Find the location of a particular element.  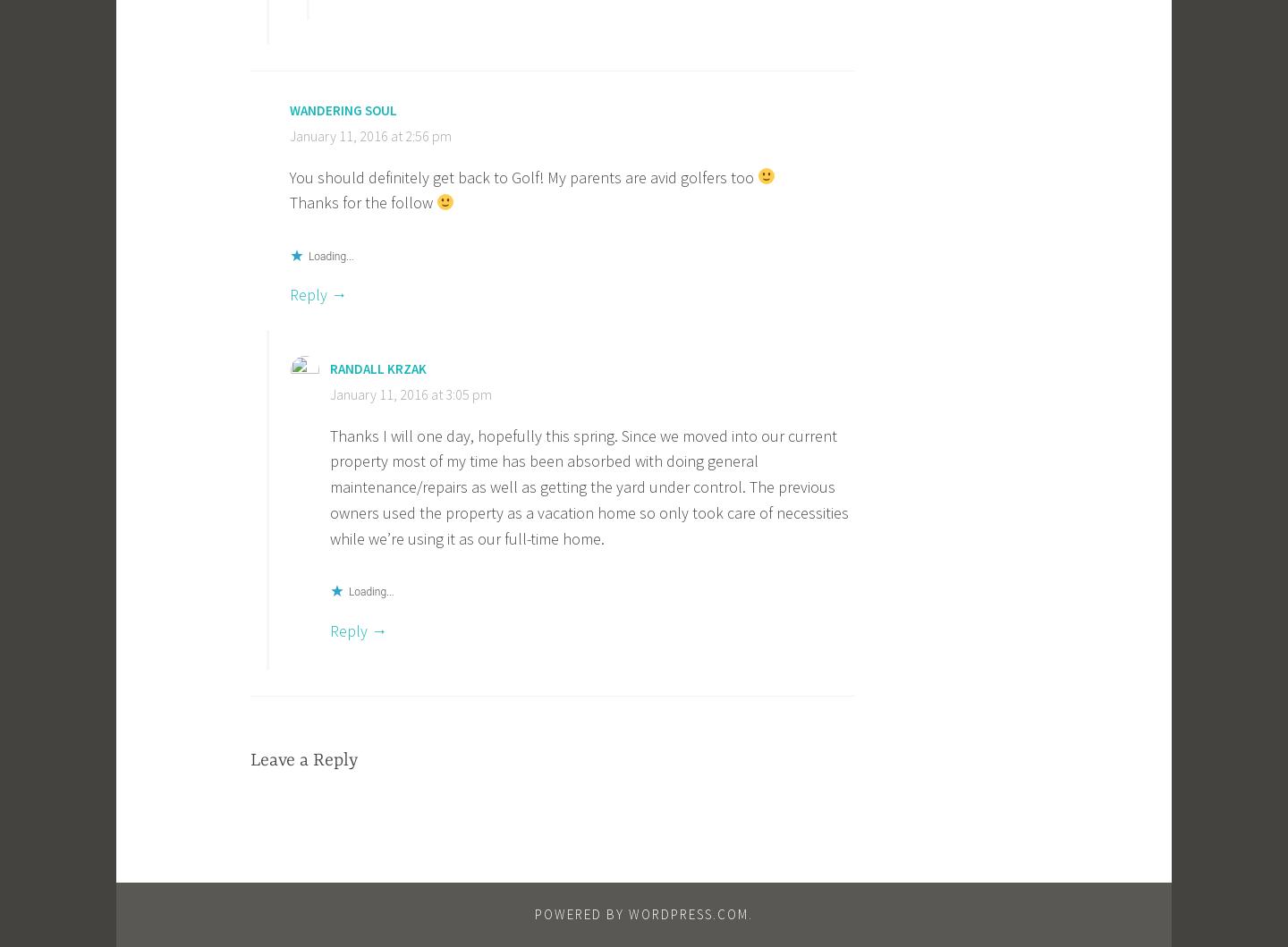

'Leave a Reply' is located at coordinates (303, 759).